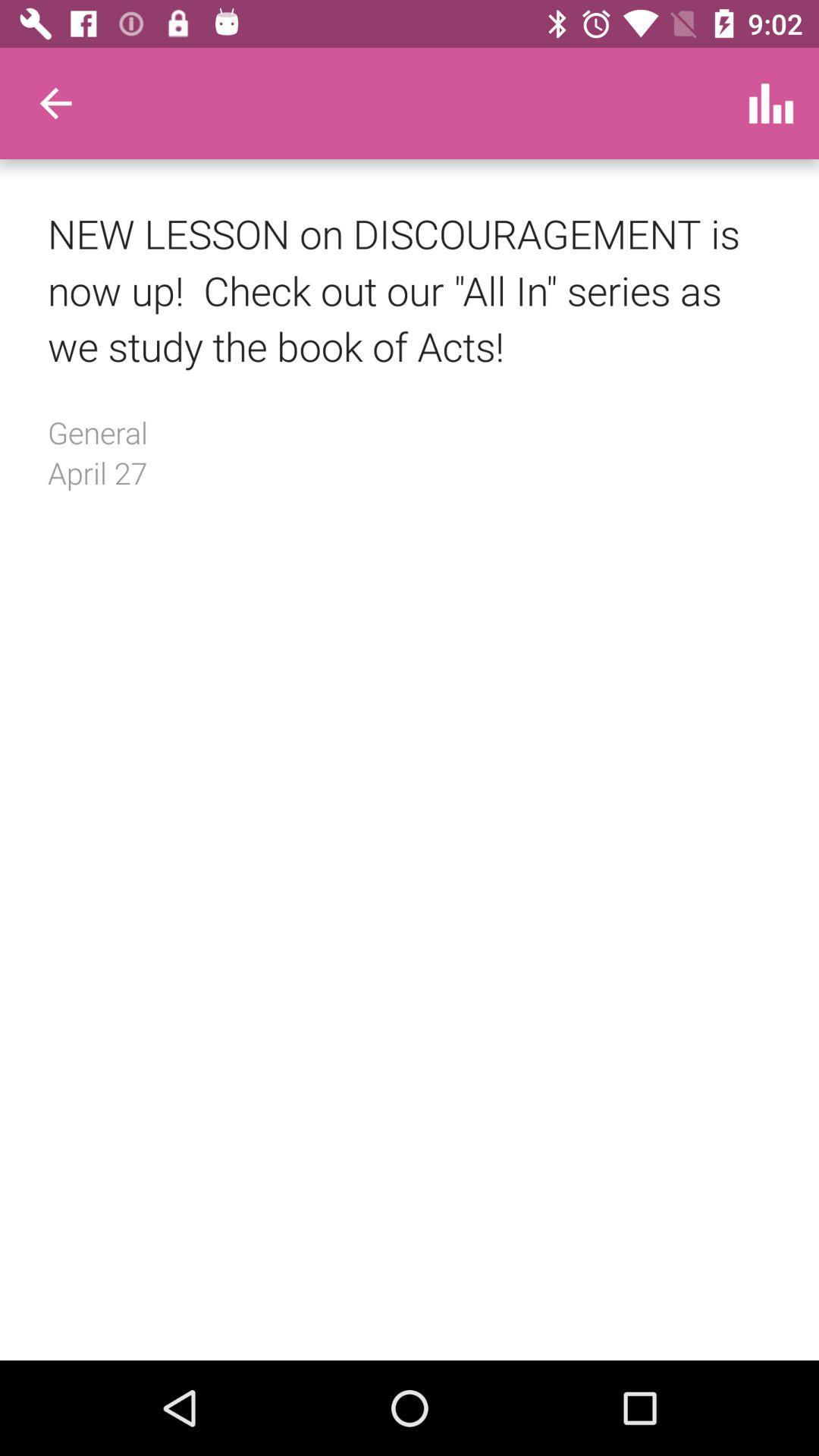 The height and width of the screenshot is (1456, 819). Describe the element at coordinates (55, 102) in the screenshot. I see `the item above new lesson on` at that location.